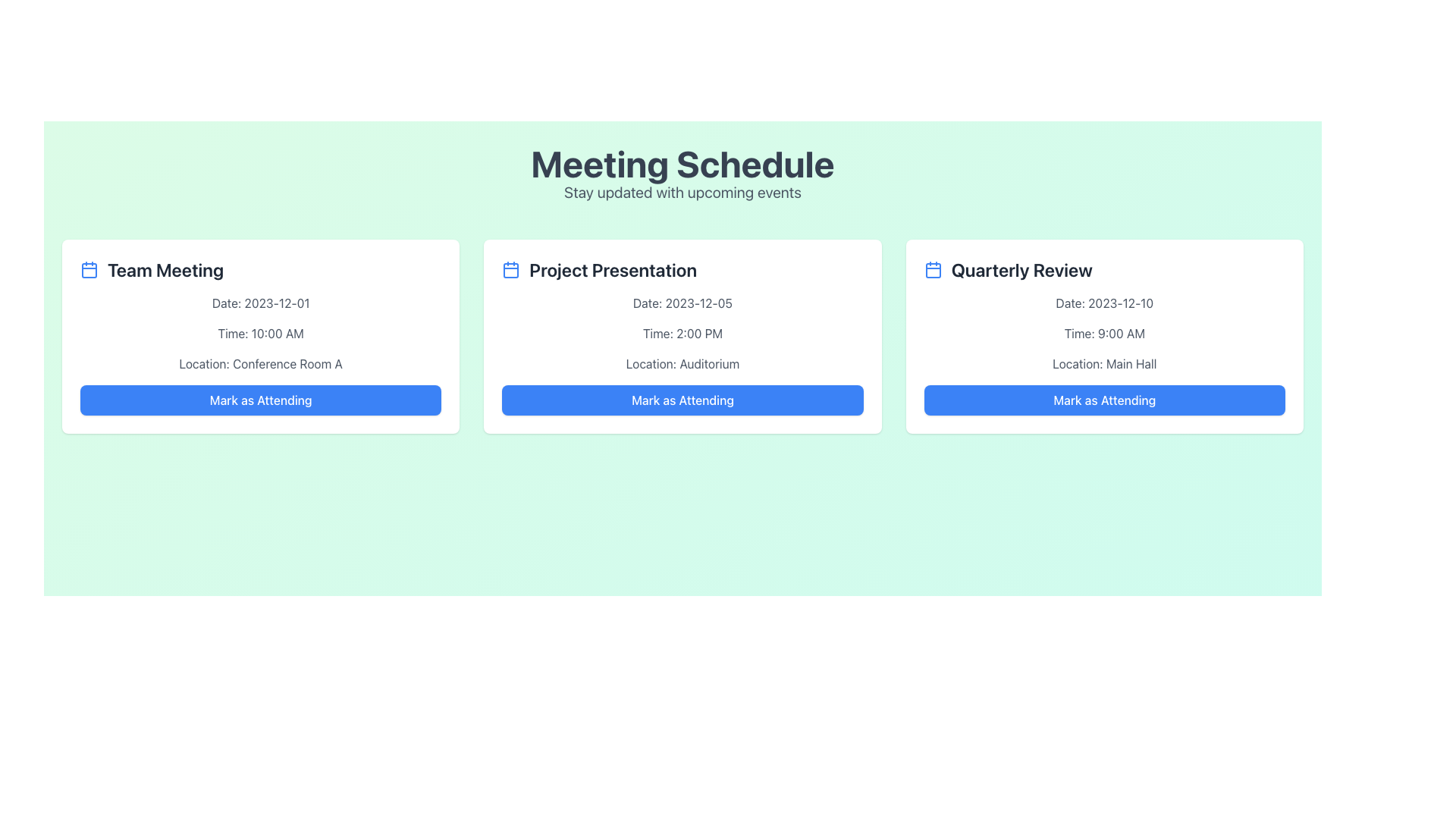 The height and width of the screenshot is (819, 1456). What do you see at coordinates (261, 363) in the screenshot?
I see `the text label that displays 'Location: Conference Room A', which is styled in gray and located within the 'Team Meeting' card, positioned below 'Time: 10:00 AM' and above the 'Mark as Attending' button` at bounding box center [261, 363].